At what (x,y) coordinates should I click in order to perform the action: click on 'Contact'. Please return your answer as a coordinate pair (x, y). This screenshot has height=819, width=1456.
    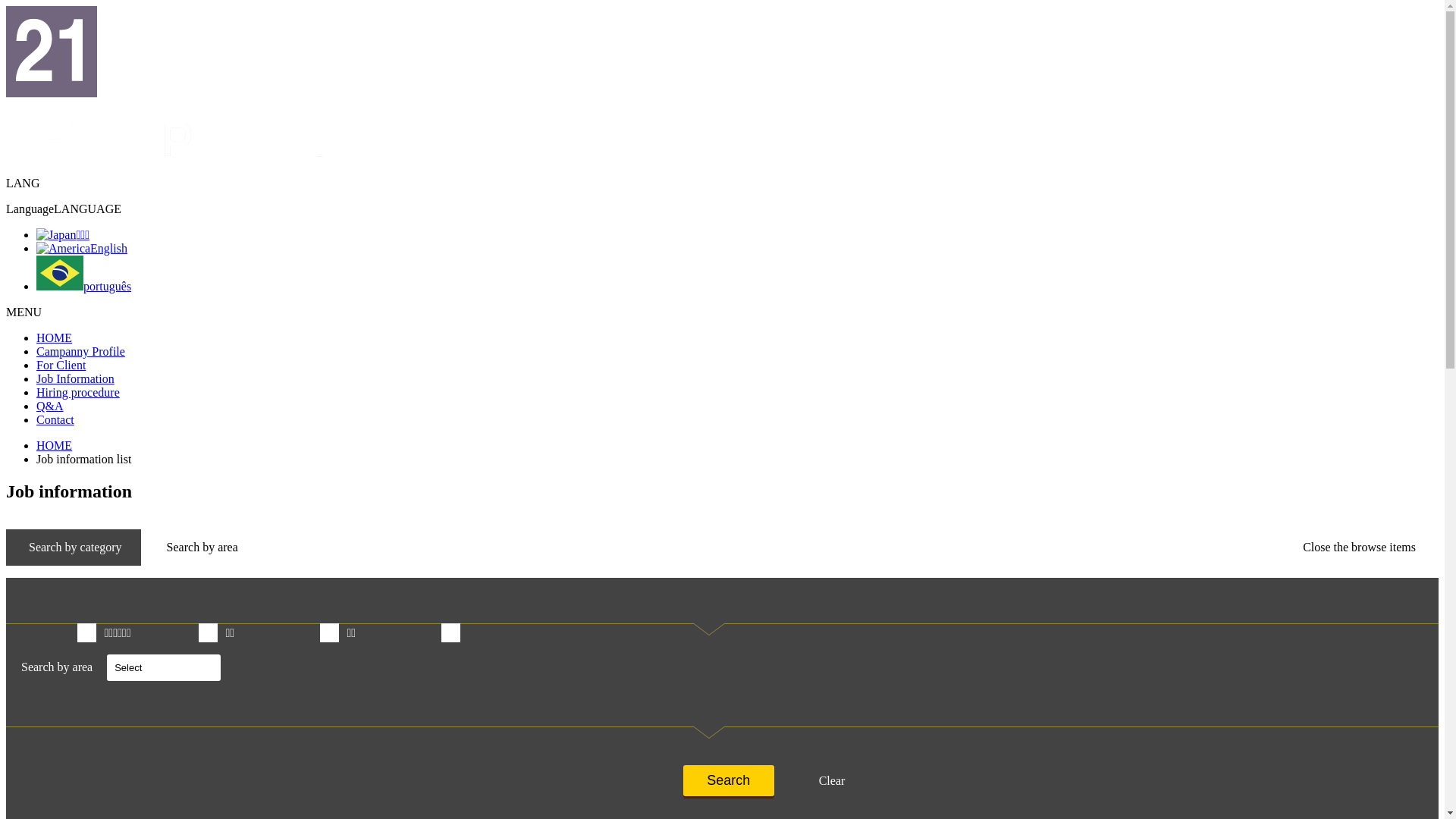
    Looking at the image, I should click on (36, 419).